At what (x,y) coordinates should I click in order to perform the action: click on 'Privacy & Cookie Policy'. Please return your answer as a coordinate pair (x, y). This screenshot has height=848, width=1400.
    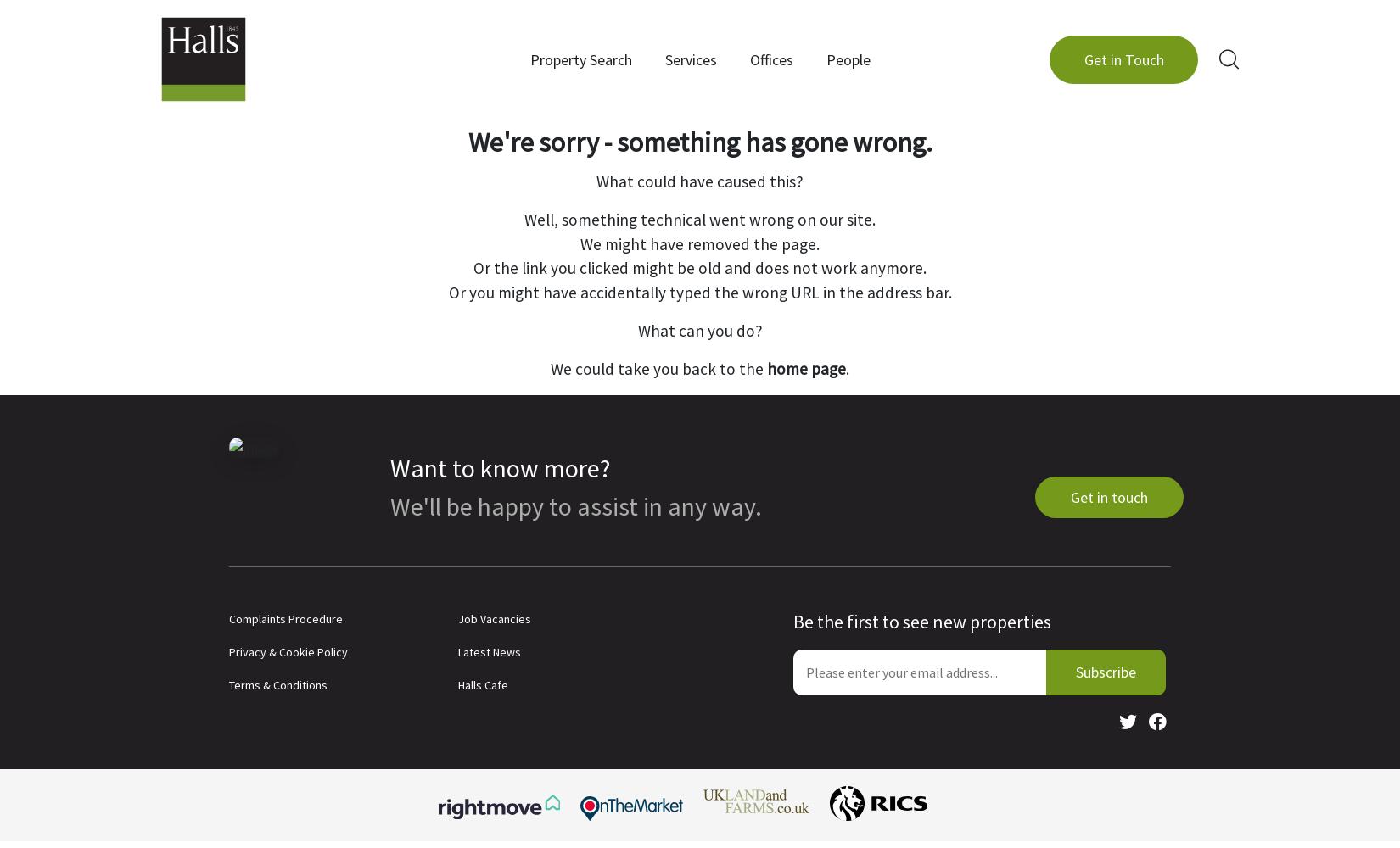
    Looking at the image, I should click on (288, 651).